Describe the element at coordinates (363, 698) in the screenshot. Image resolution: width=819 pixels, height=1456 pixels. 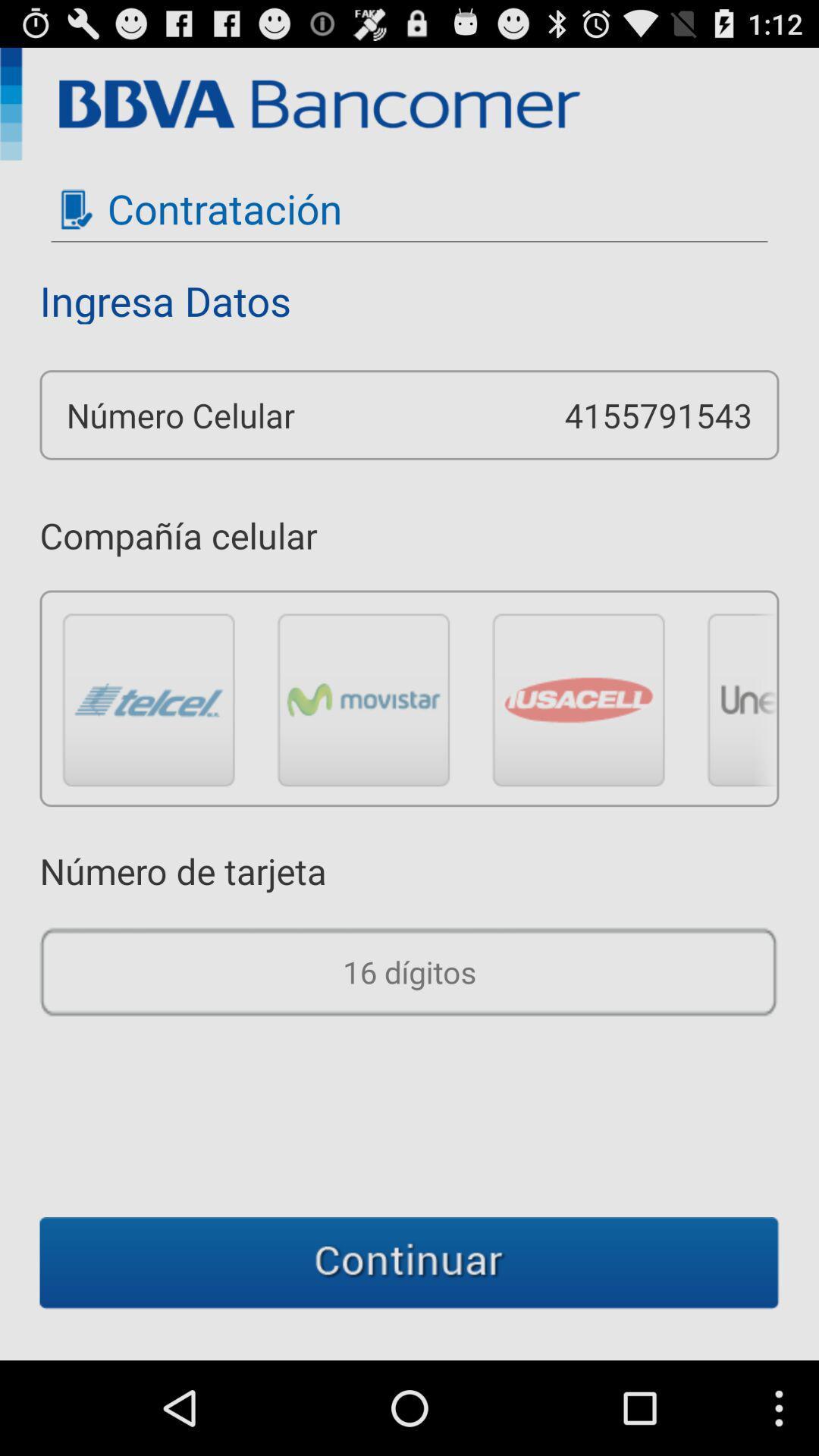
I see `cellular company` at that location.